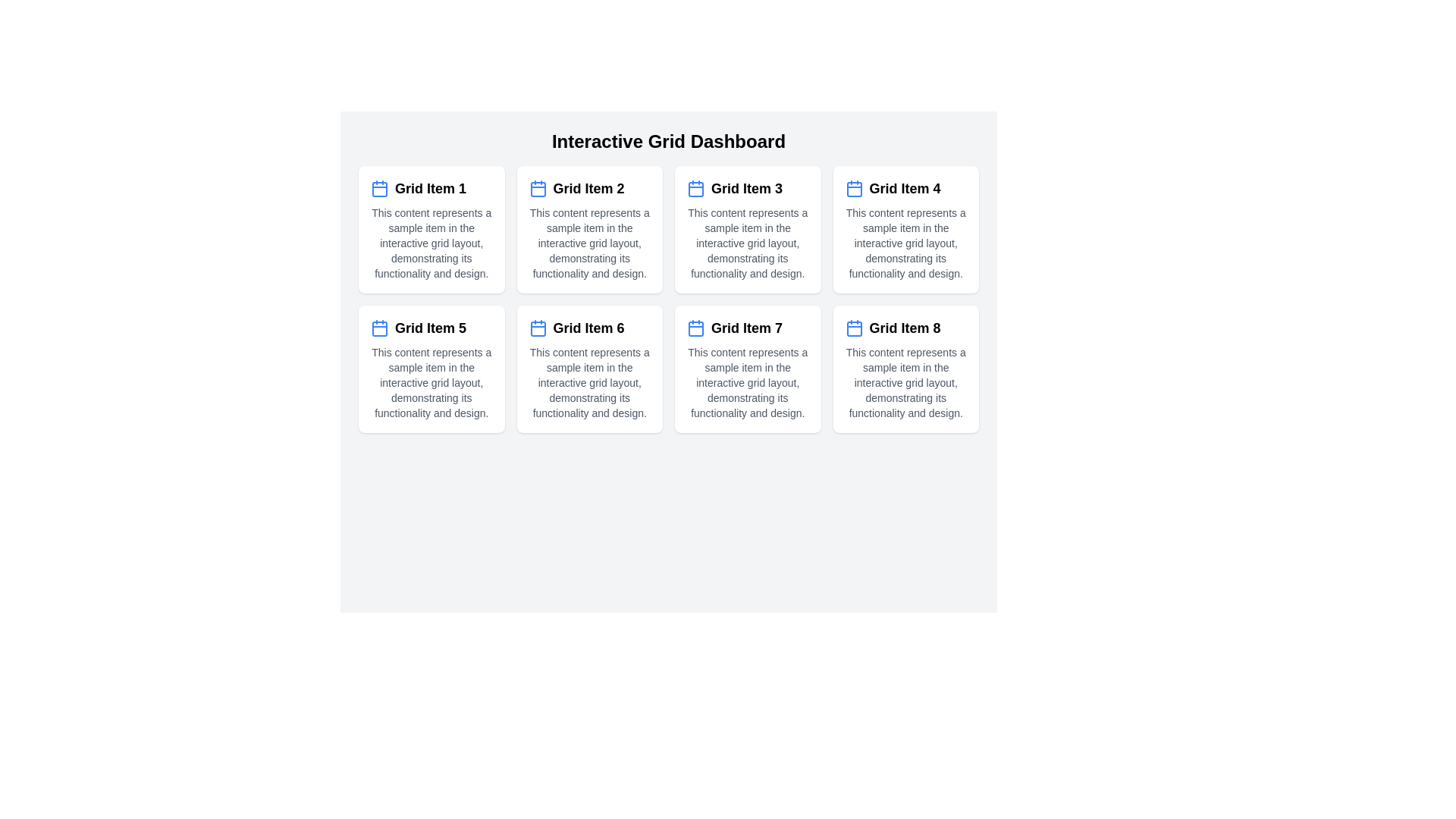  What do you see at coordinates (429, 188) in the screenshot?
I see `text 'Grid Item 1' which is displayed in bold within the first grid item at the top-left corner of its containing box` at bounding box center [429, 188].